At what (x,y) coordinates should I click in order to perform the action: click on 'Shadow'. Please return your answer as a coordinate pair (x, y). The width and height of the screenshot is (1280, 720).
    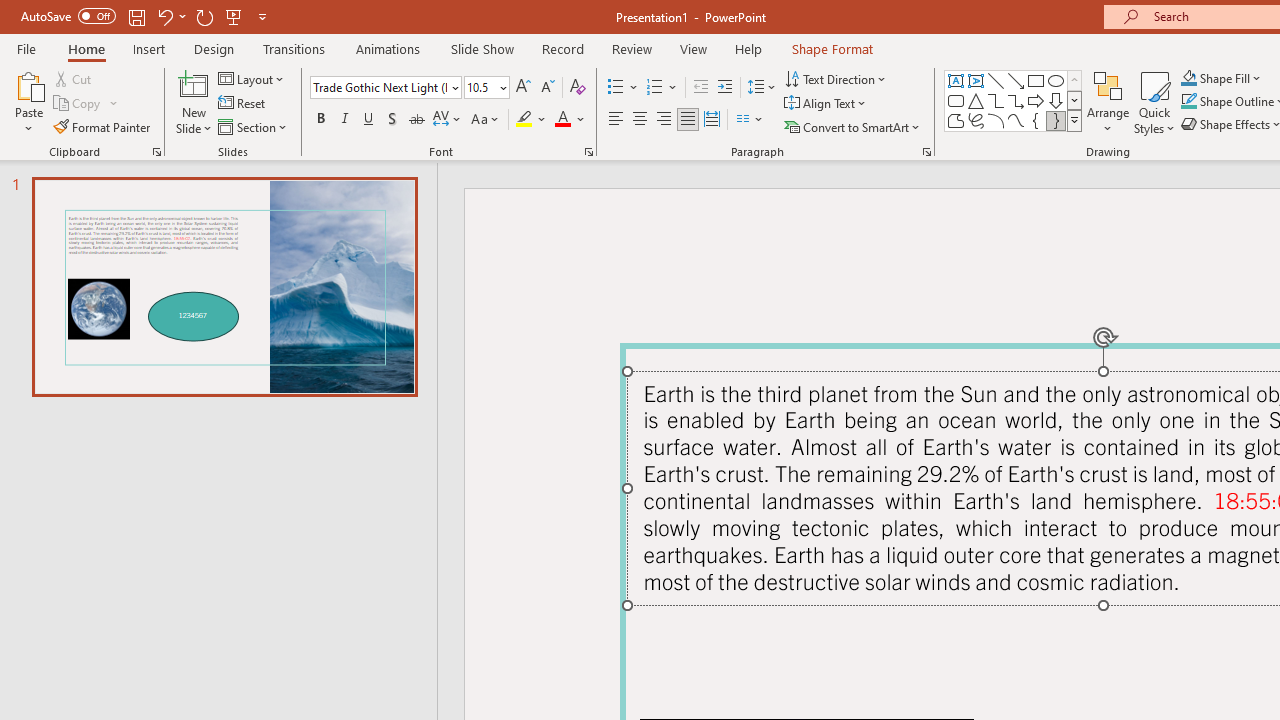
    Looking at the image, I should click on (392, 119).